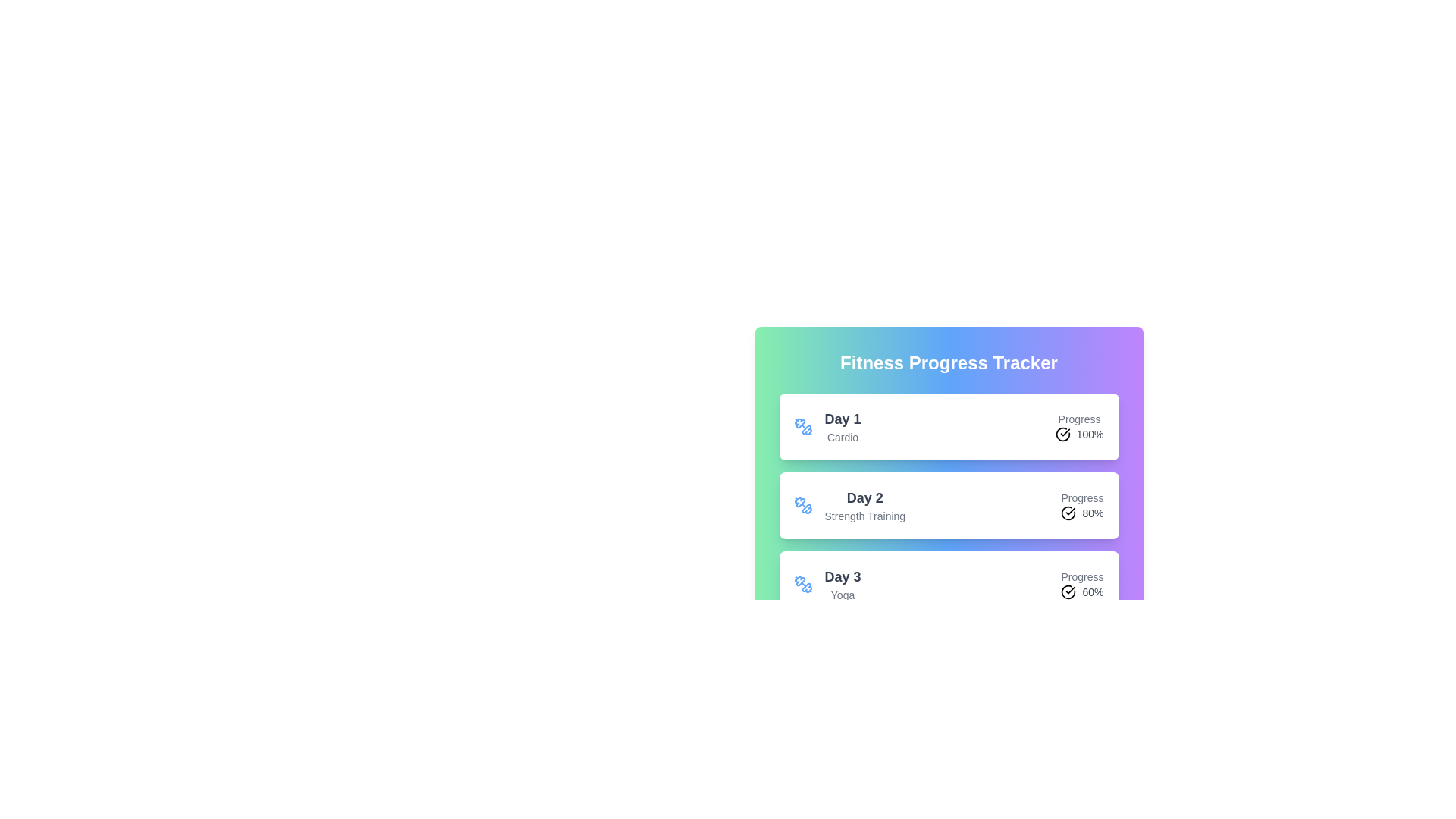 The image size is (1456, 819). Describe the element at coordinates (948, 506) in the screenshot. I see `the workout item for Day 2 to view its details` at that location.